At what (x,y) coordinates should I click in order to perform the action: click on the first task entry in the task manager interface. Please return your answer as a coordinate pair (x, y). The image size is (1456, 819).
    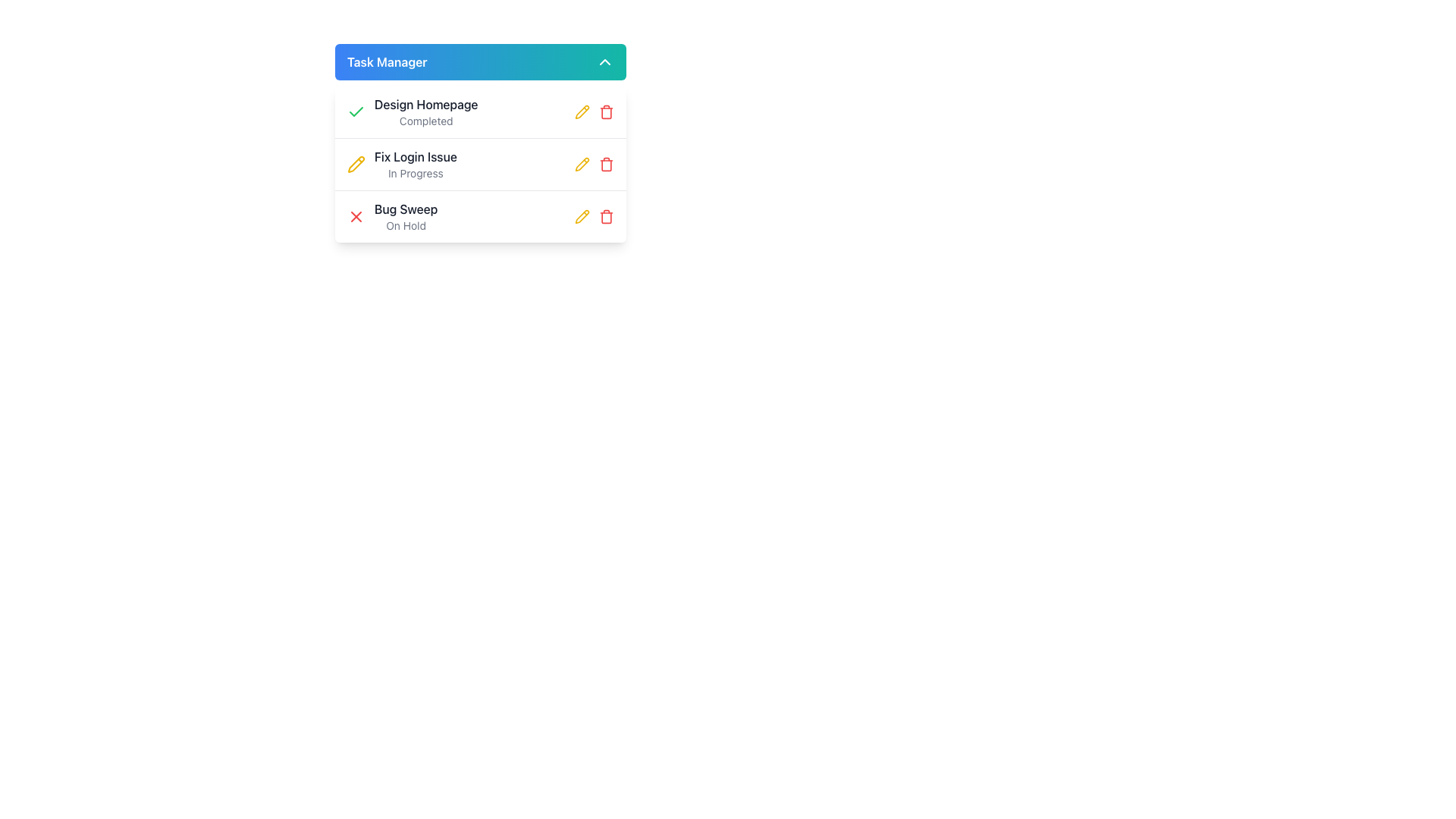
    Looking at the image, I should click on (413, 111).